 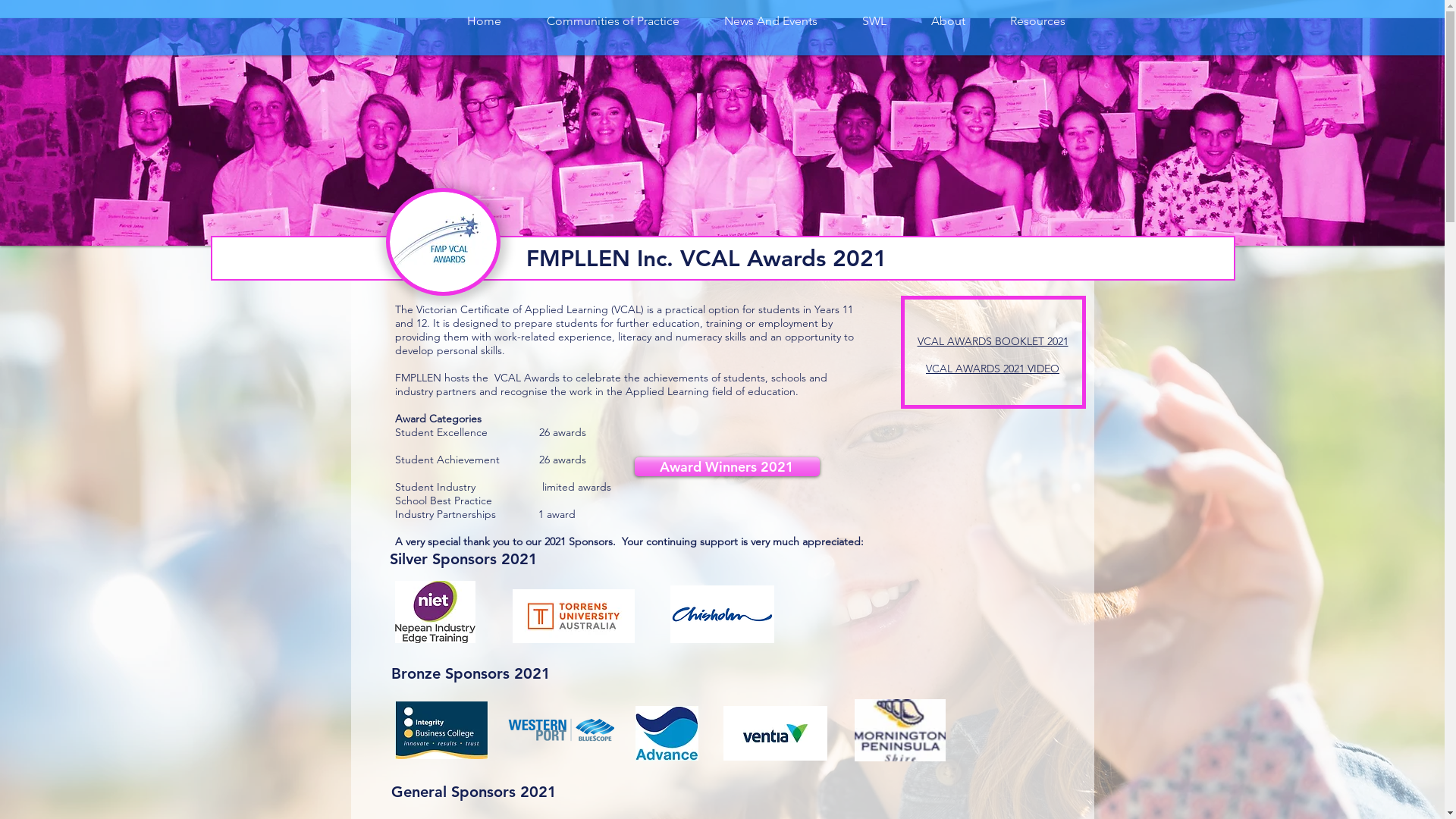 What do you see at coordinates (701, 20) in the screenshot?
I see `'News And Events'` at bounding box center [701, 20].